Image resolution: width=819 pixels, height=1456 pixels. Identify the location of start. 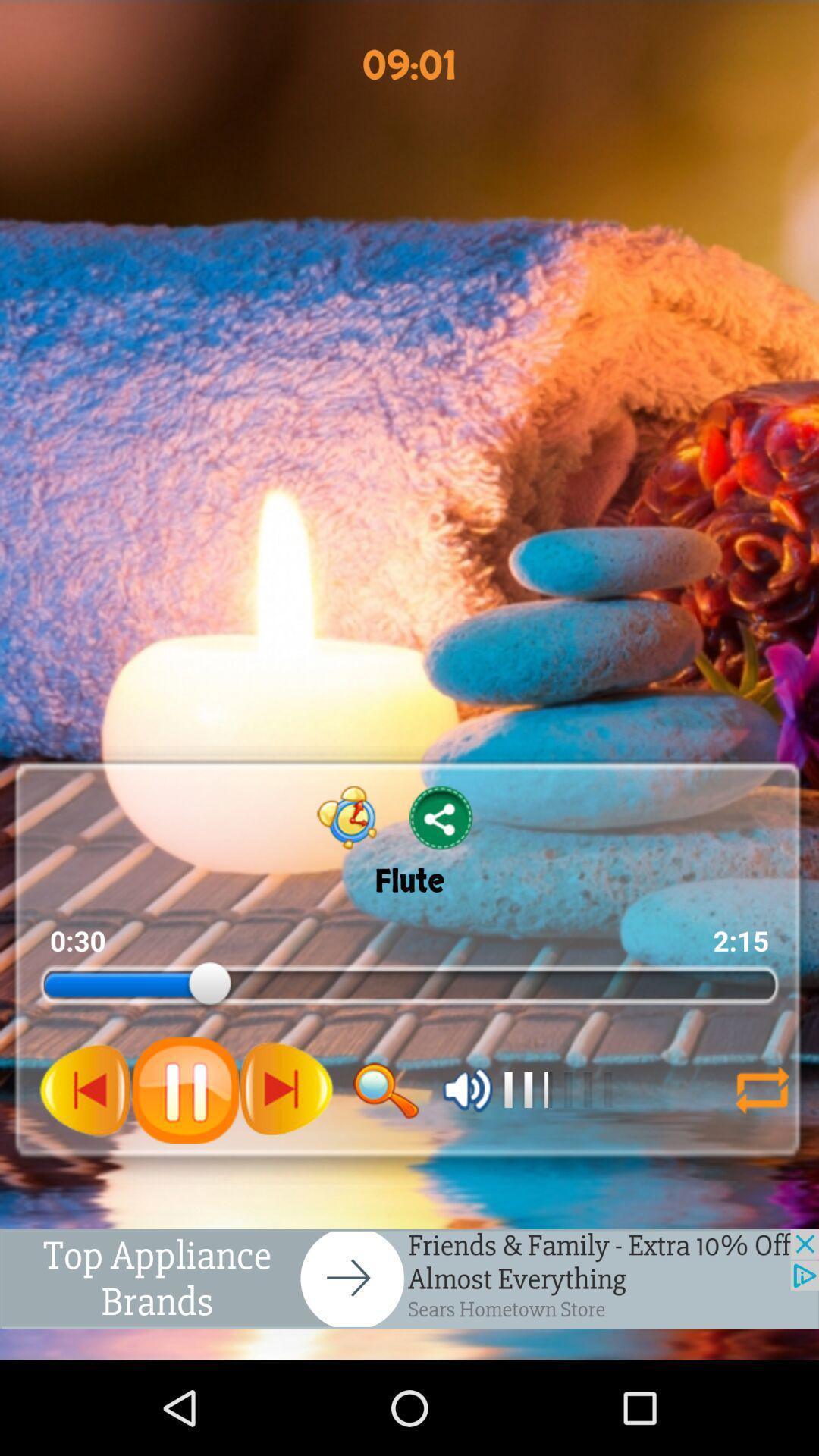
(86, 1089).